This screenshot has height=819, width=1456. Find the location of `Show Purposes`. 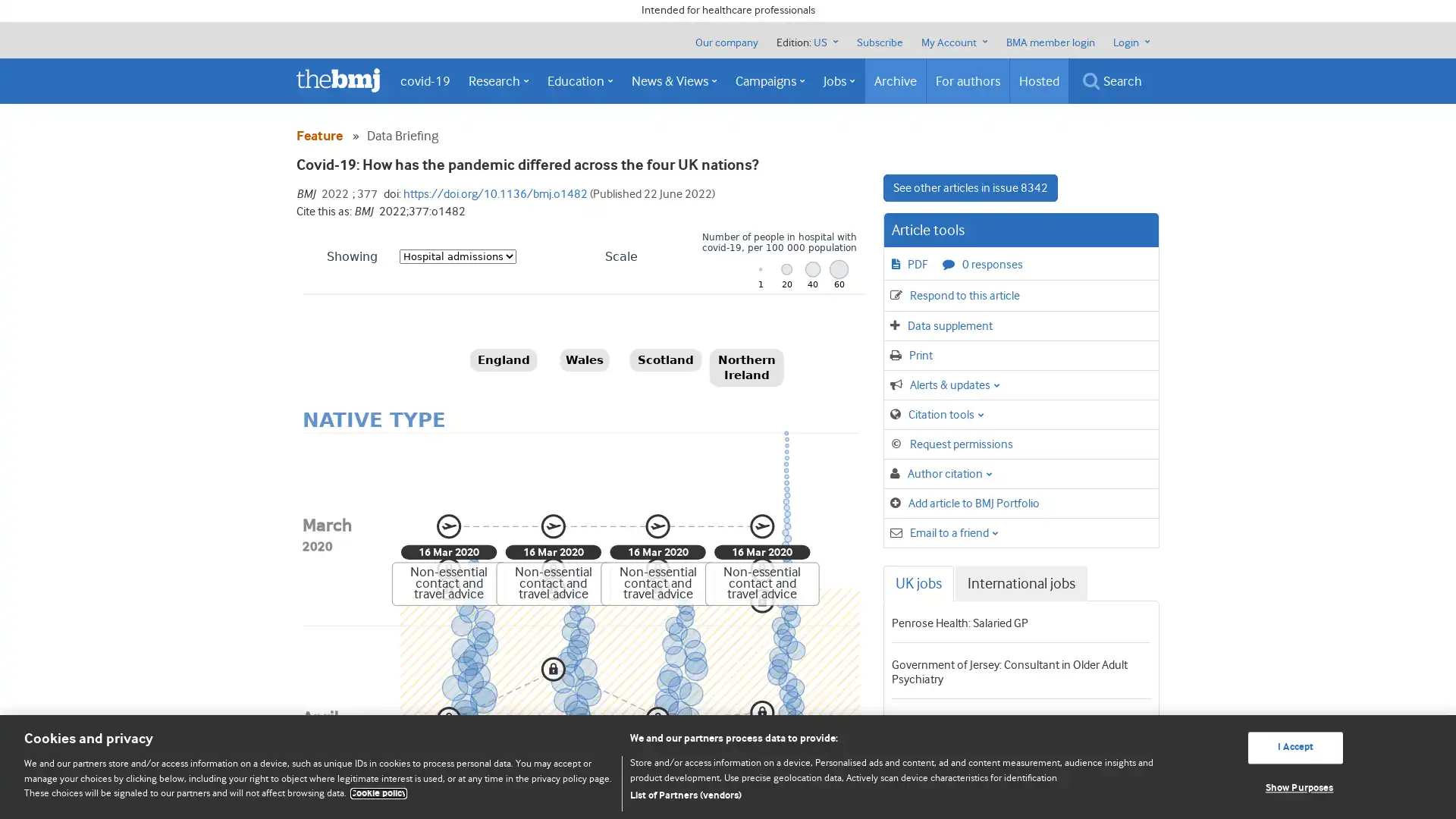

Show Purposes is located at coordinates (1294, 787).